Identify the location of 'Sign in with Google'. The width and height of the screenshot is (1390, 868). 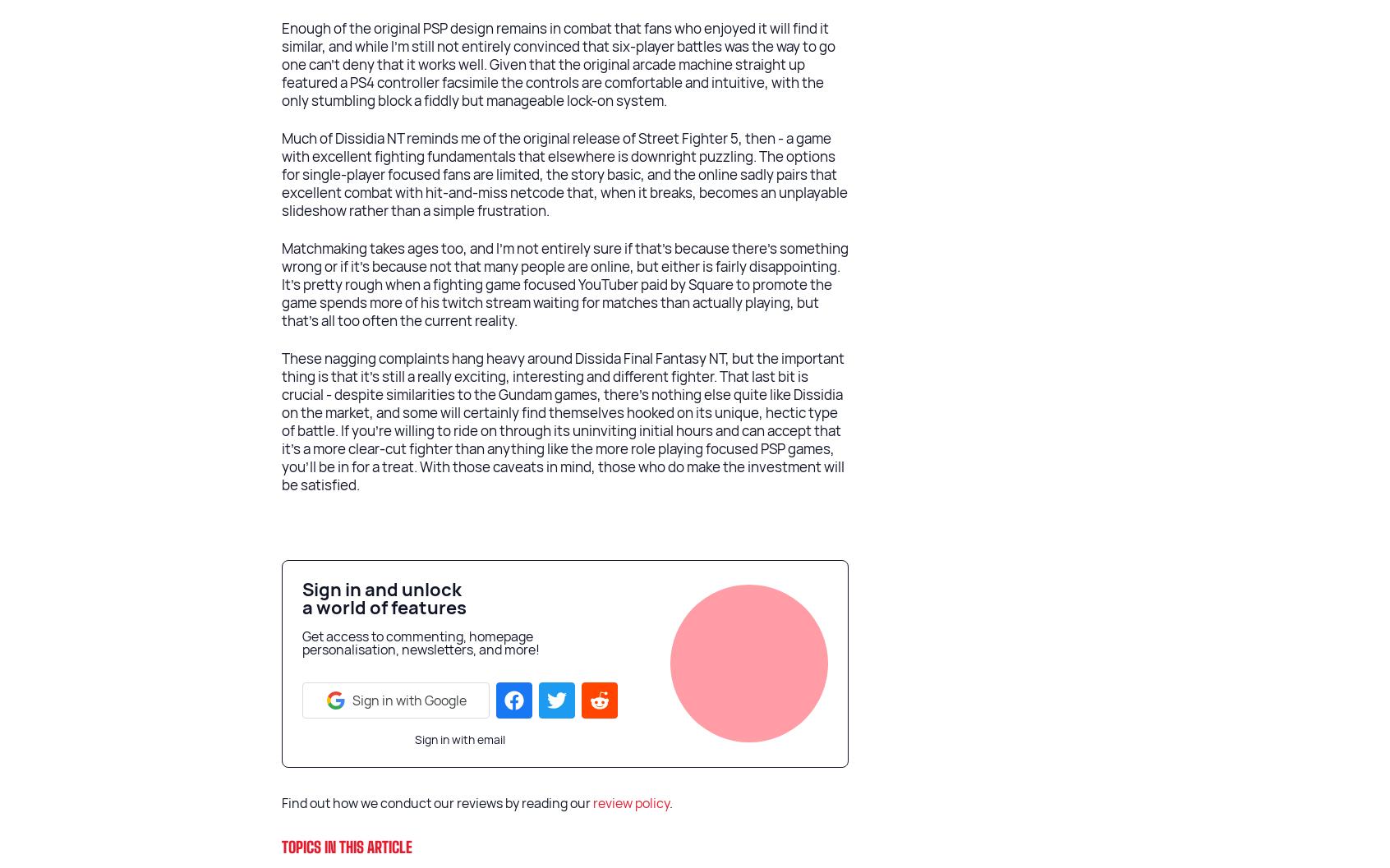
(408, 699).